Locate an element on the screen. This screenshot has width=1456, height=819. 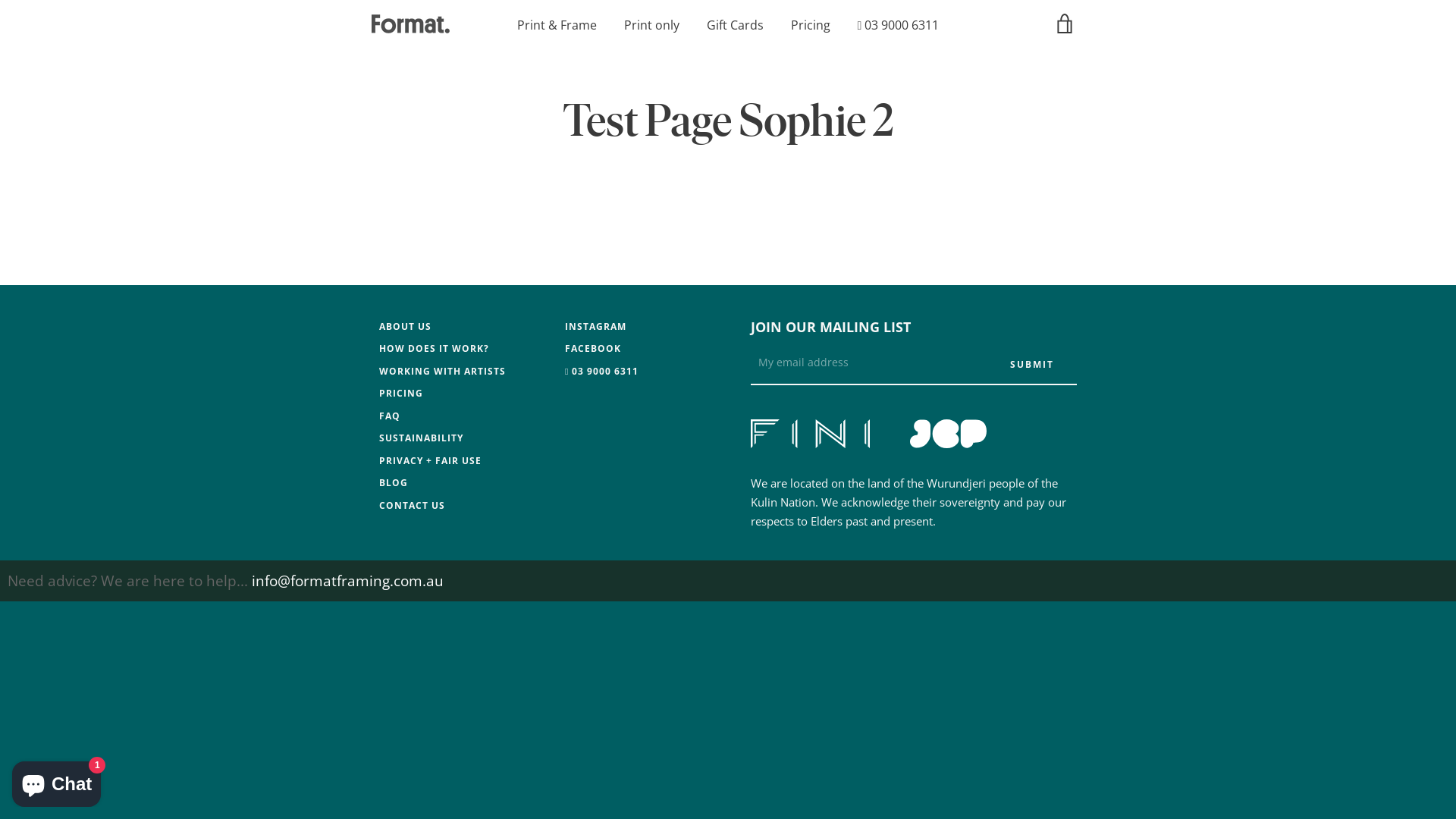
'Skip to content' is located at coordinates (0, 0).